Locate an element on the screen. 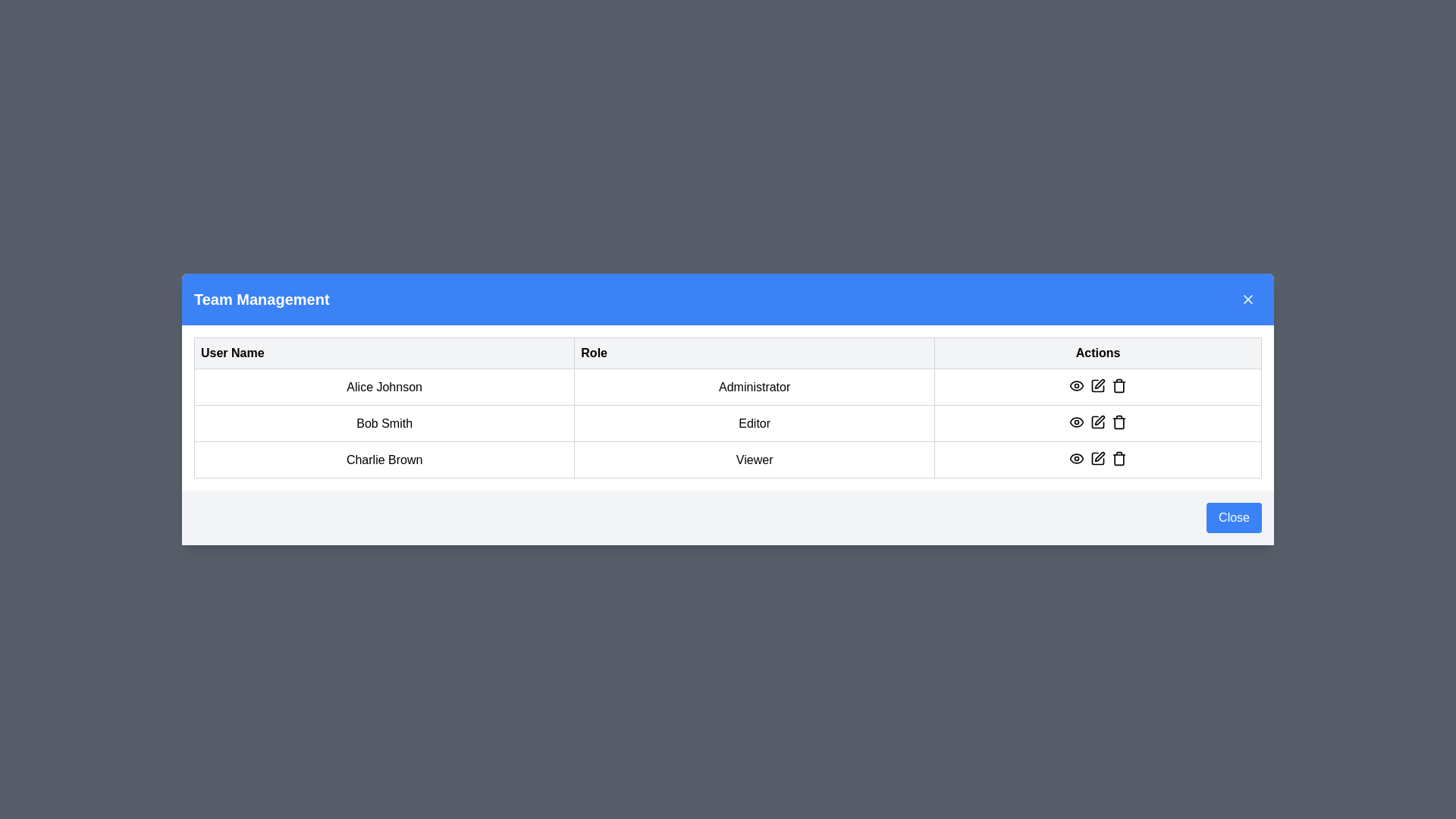  the trash icon action button located in the last position of the actions column in the third row of the table for user 'Charlie Brown' to potentially view a tooltip indicating its function is located at coordinates (1119, 458).